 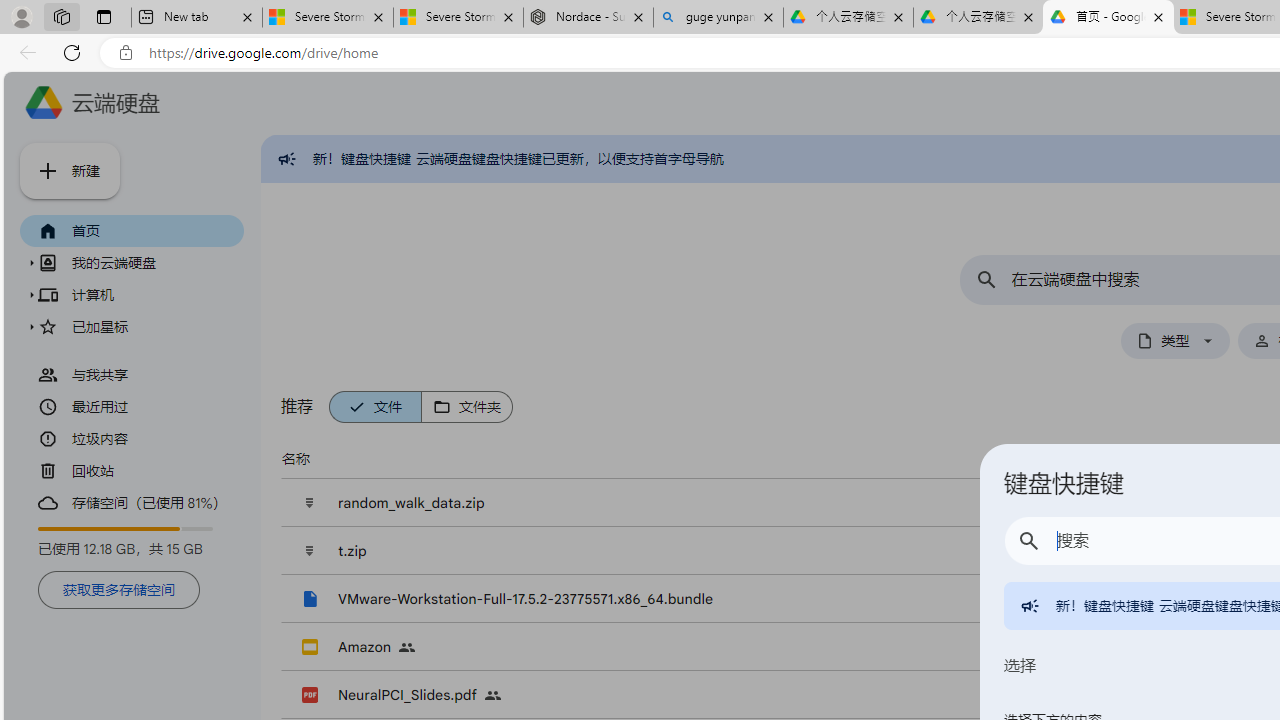 I want to click on 'Nordace - Summer Adventures 2024', so click(x=587, y=17).